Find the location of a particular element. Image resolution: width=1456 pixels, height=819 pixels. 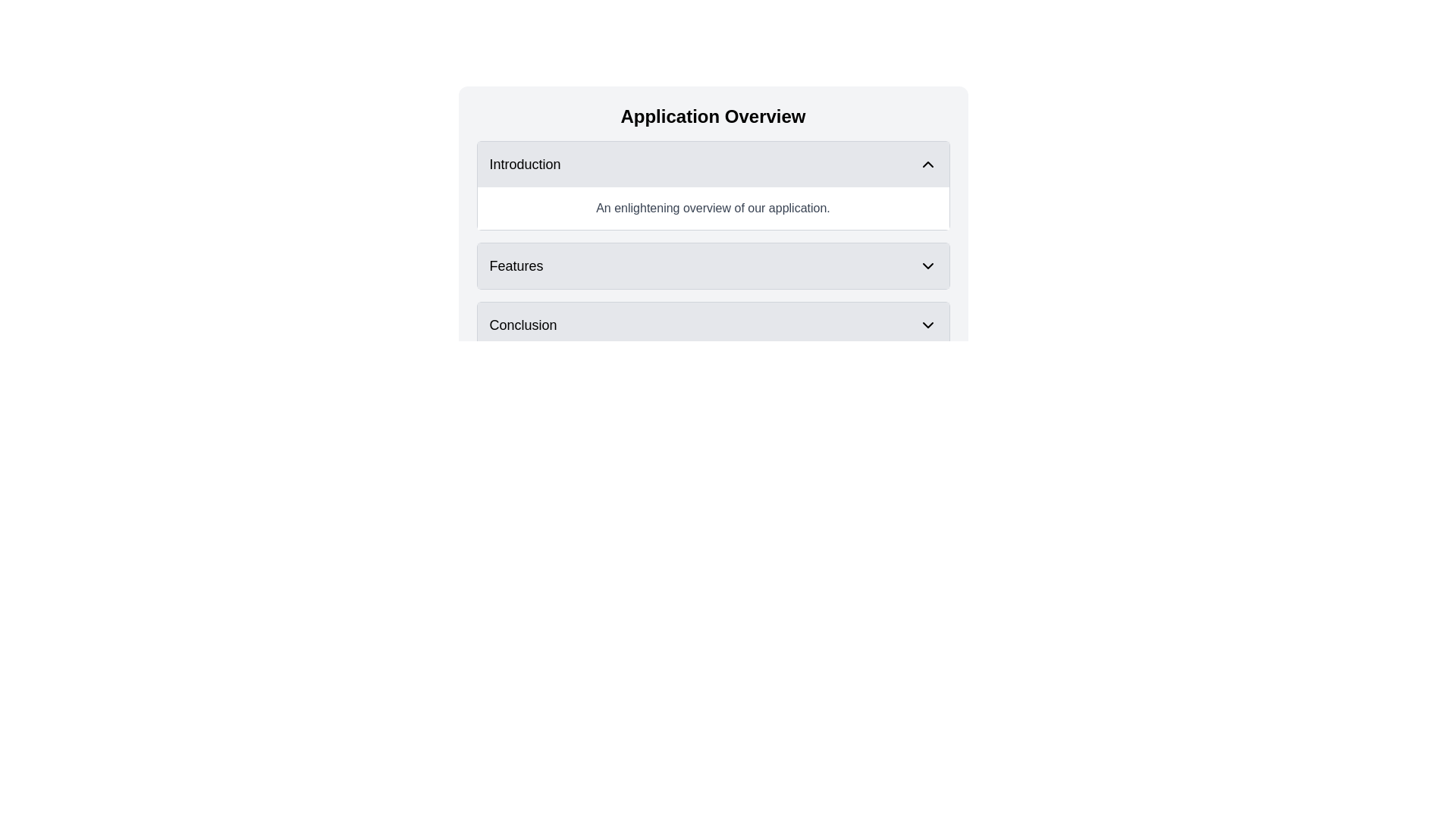

the non-interactive text label that provides an overview statement for the 'Introduction' section, located directly below the 'Introduction' title in the accordion layout is located at coordinates (712, 208).